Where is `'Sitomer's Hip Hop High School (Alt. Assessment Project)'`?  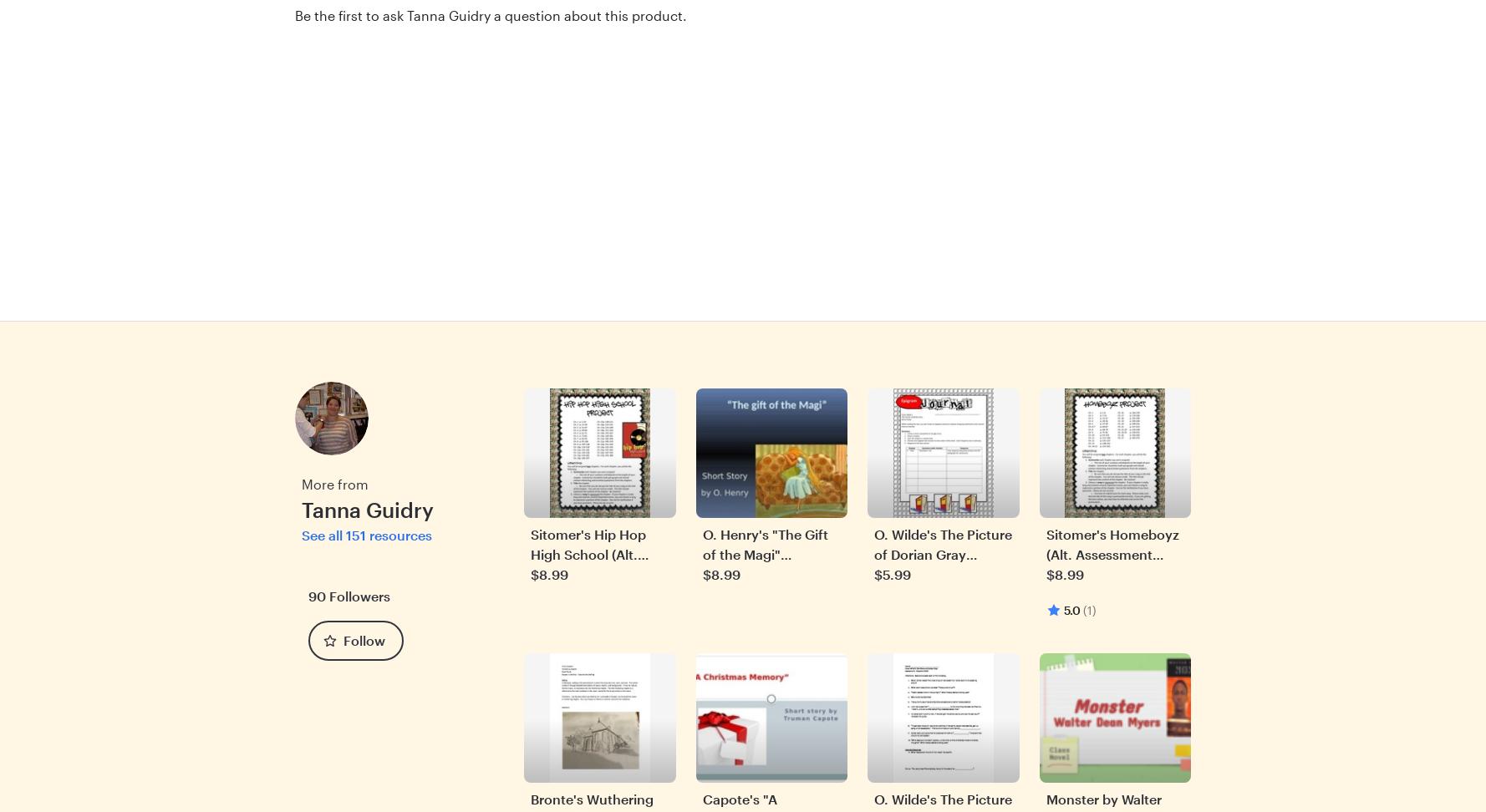 'Sitomer's Hip Hop High School (Alt. Assessment Project)' is located at coordinates (594, 553).